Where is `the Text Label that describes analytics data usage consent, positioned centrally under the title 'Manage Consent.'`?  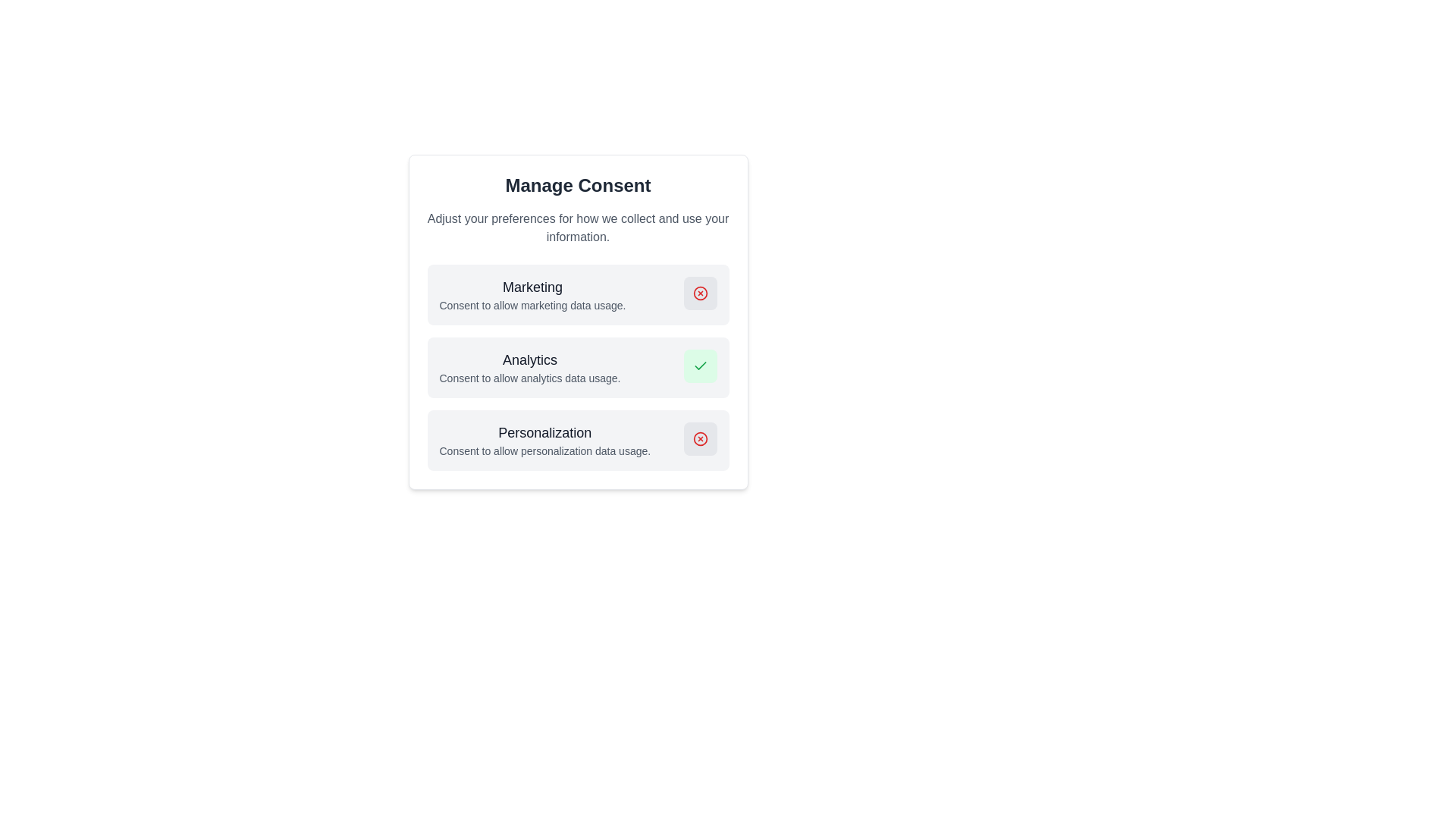
the Text Label that describes analytics data usage consent, positioned centrally under the title 'Manage Consent.' is located at coordinates (529, 359).